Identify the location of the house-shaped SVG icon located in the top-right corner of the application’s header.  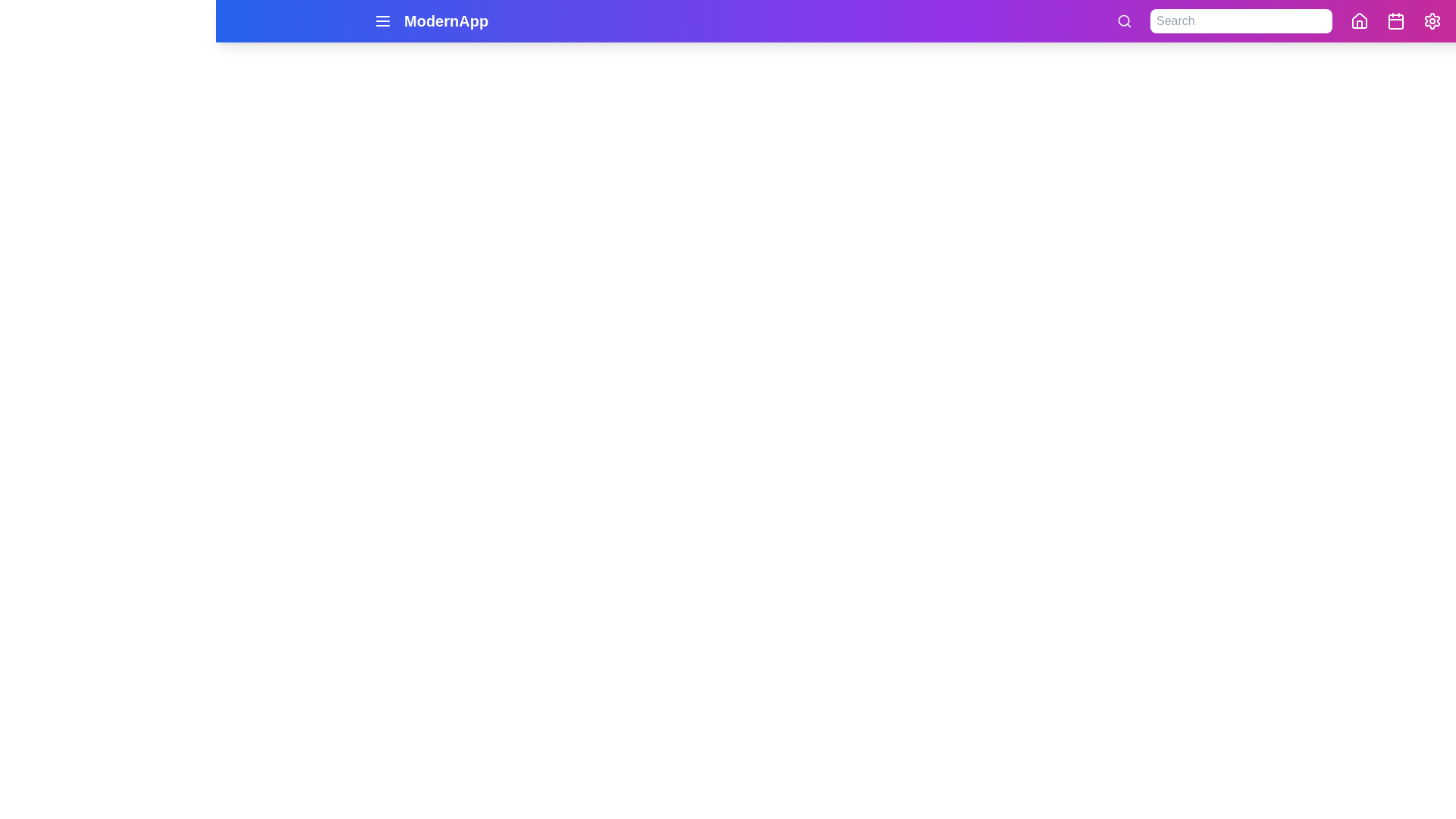
(1360, 20).